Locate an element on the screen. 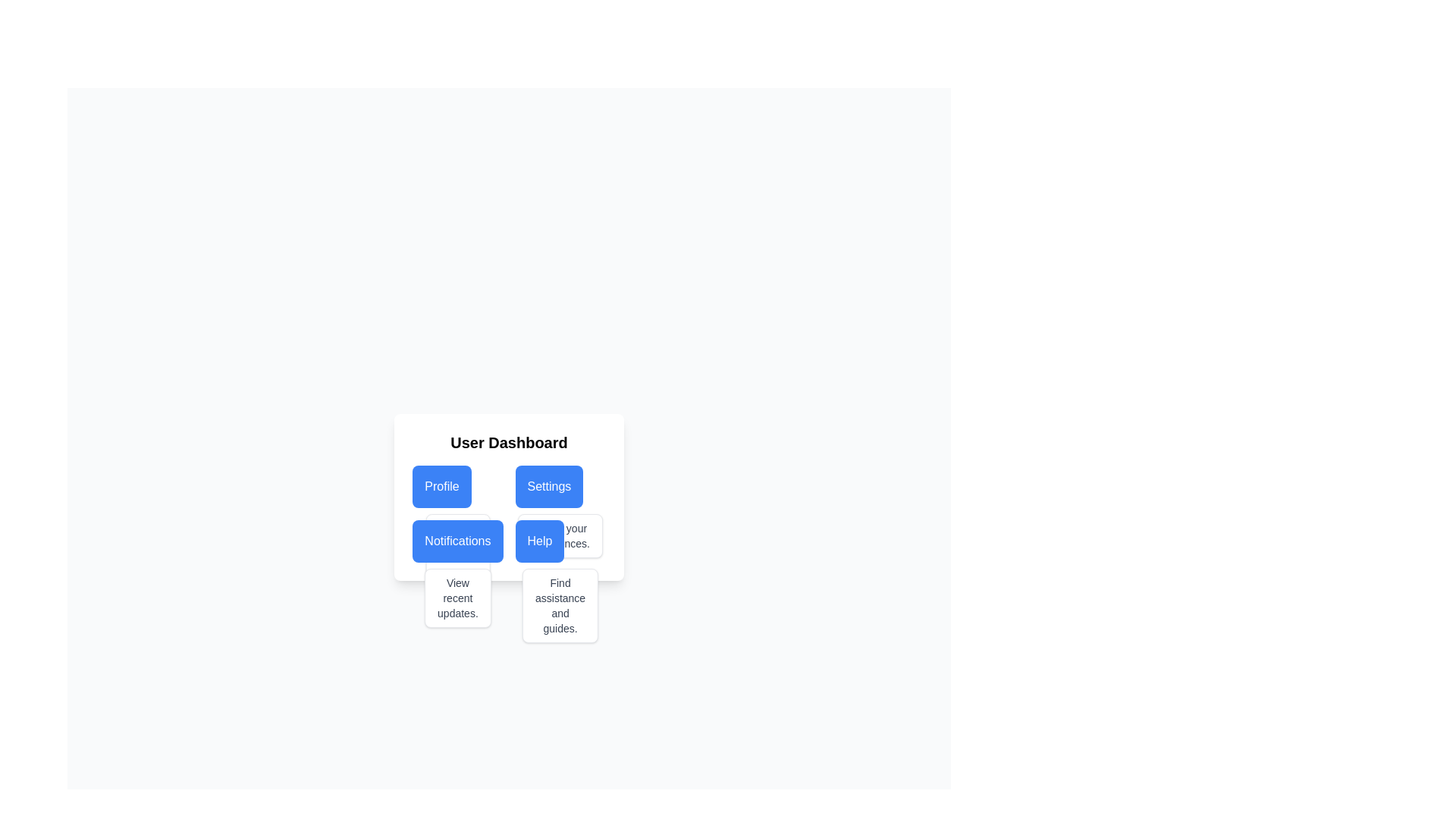 The image size is (1456, 819). the blue 'Profile' button with rounded corners in the top-left corner of the user interaction grid is located at coordinates (441, 486).